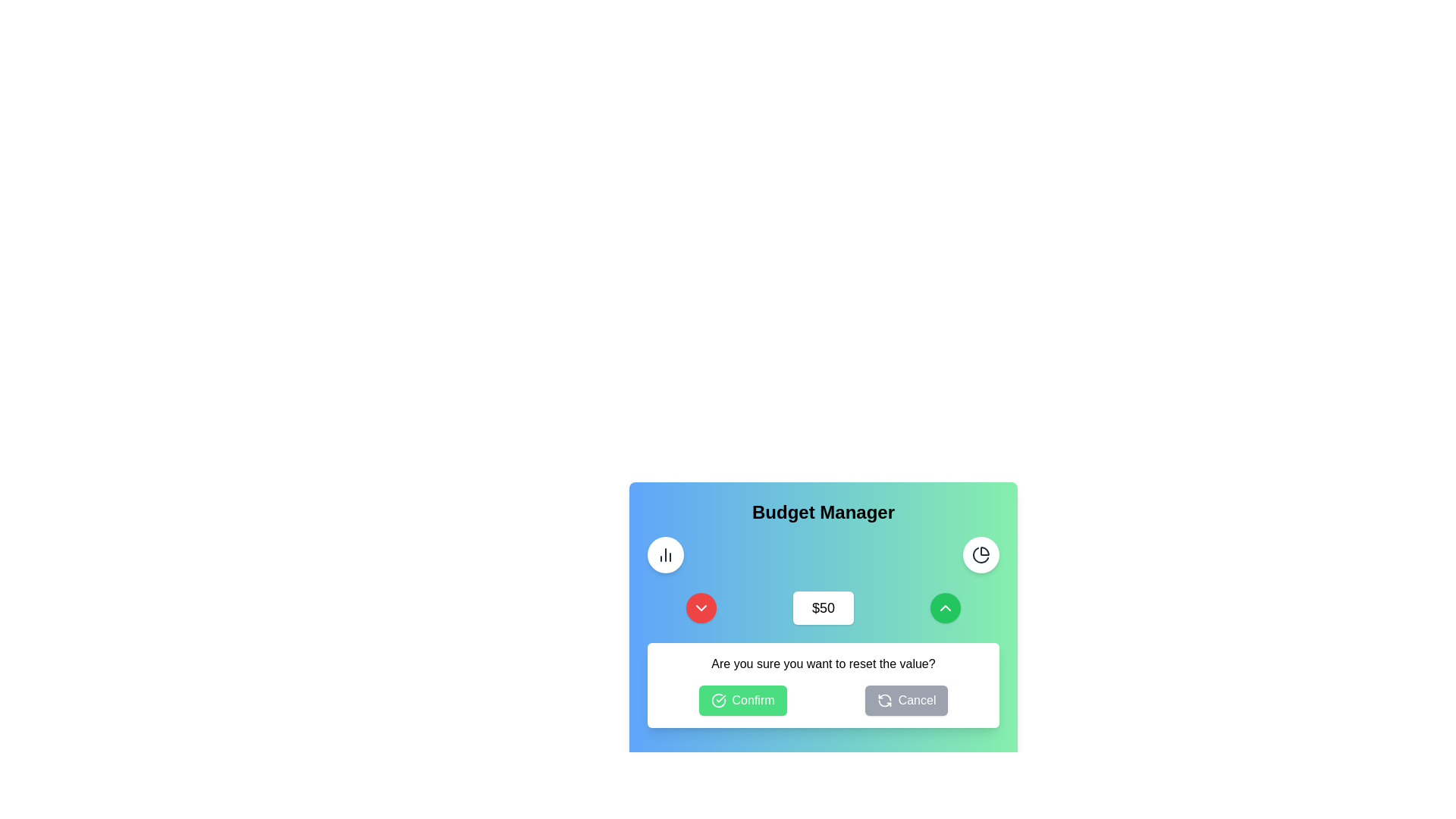  I want to click on the small triangular icon pointing upwards within the green circular button located in the upper-right quadrant of the floating card interface to increment a value, so click(945, 607).